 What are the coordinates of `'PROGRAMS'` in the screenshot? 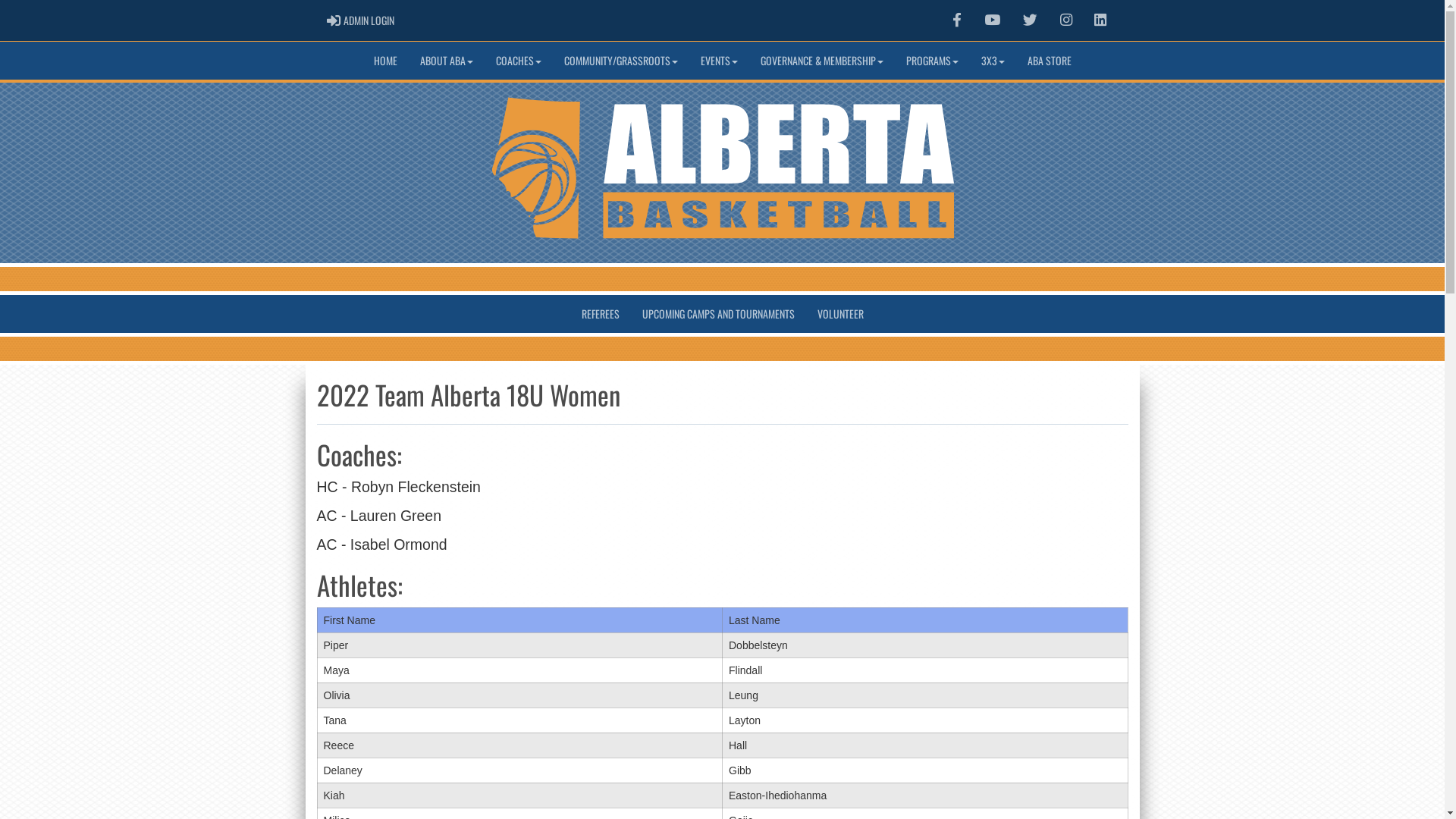 It's located at (931, 60).